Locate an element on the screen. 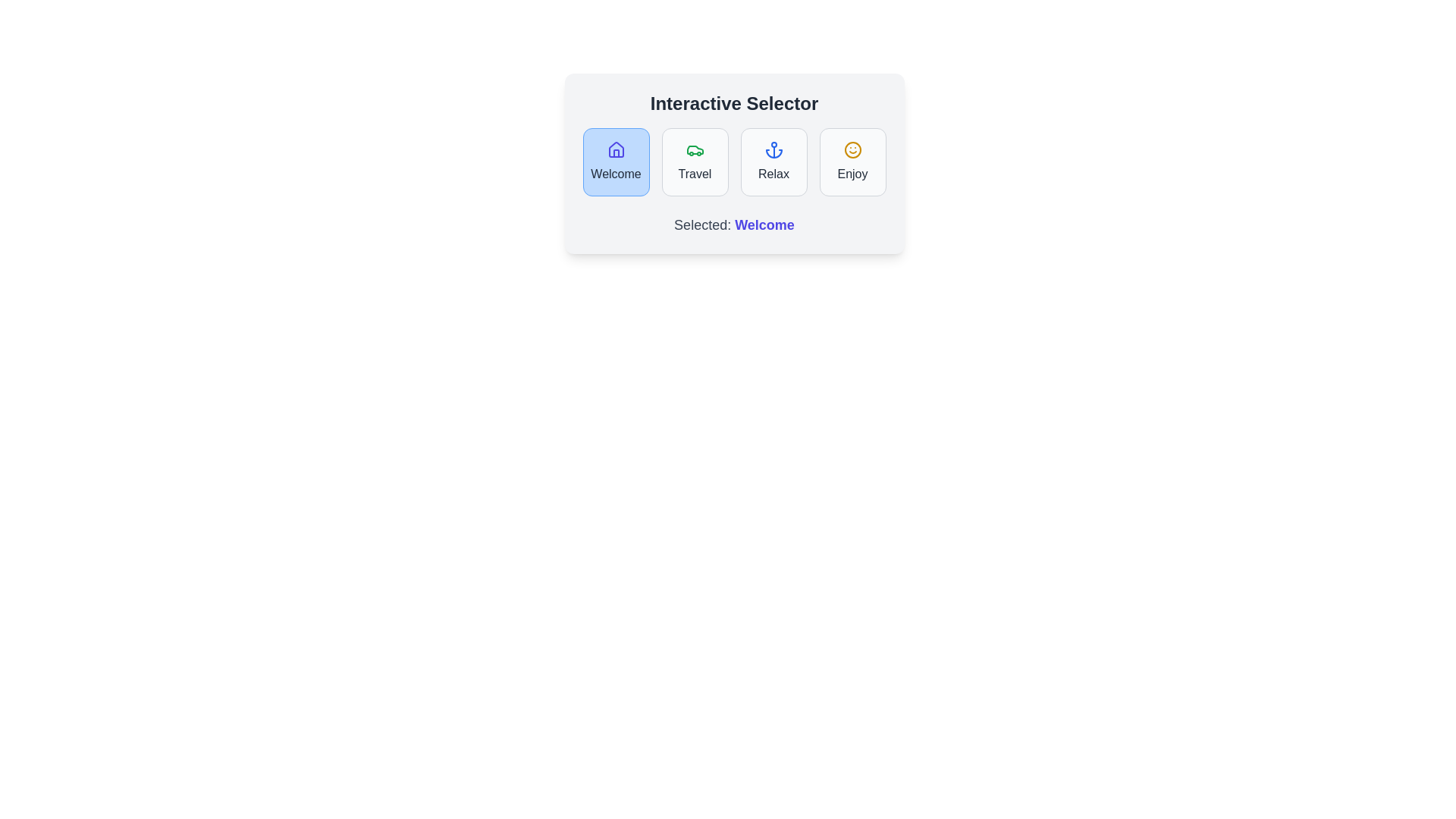 The image size is (1456, 819). the anchor icon representing the 'Relax' option, located above the text label 'Relax' is located at coordinates (773, 149).